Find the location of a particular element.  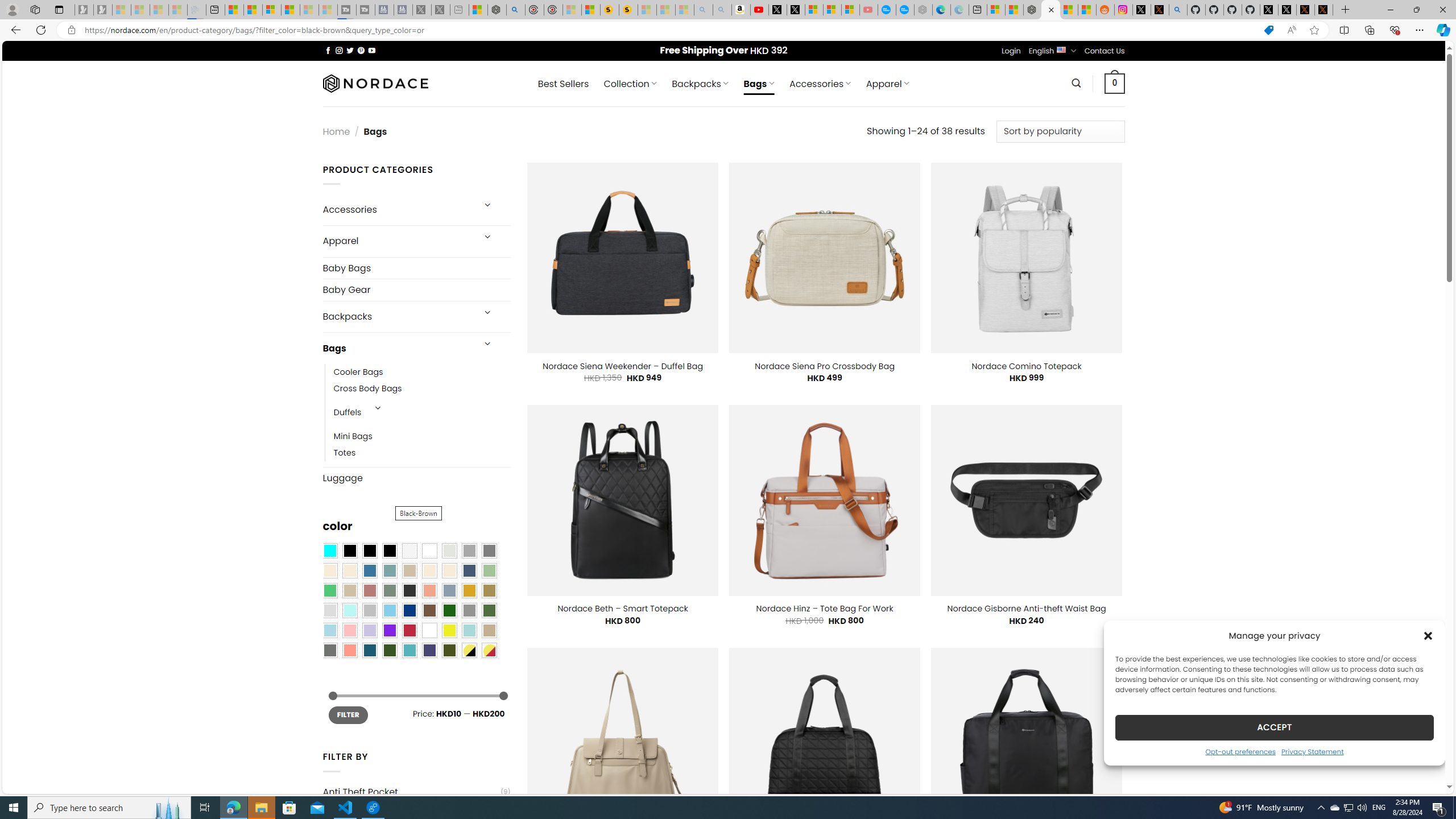

'Day 1: Arriving in Yemen (surreal to be here) - YouTube' is located at coordinates (759, 9).